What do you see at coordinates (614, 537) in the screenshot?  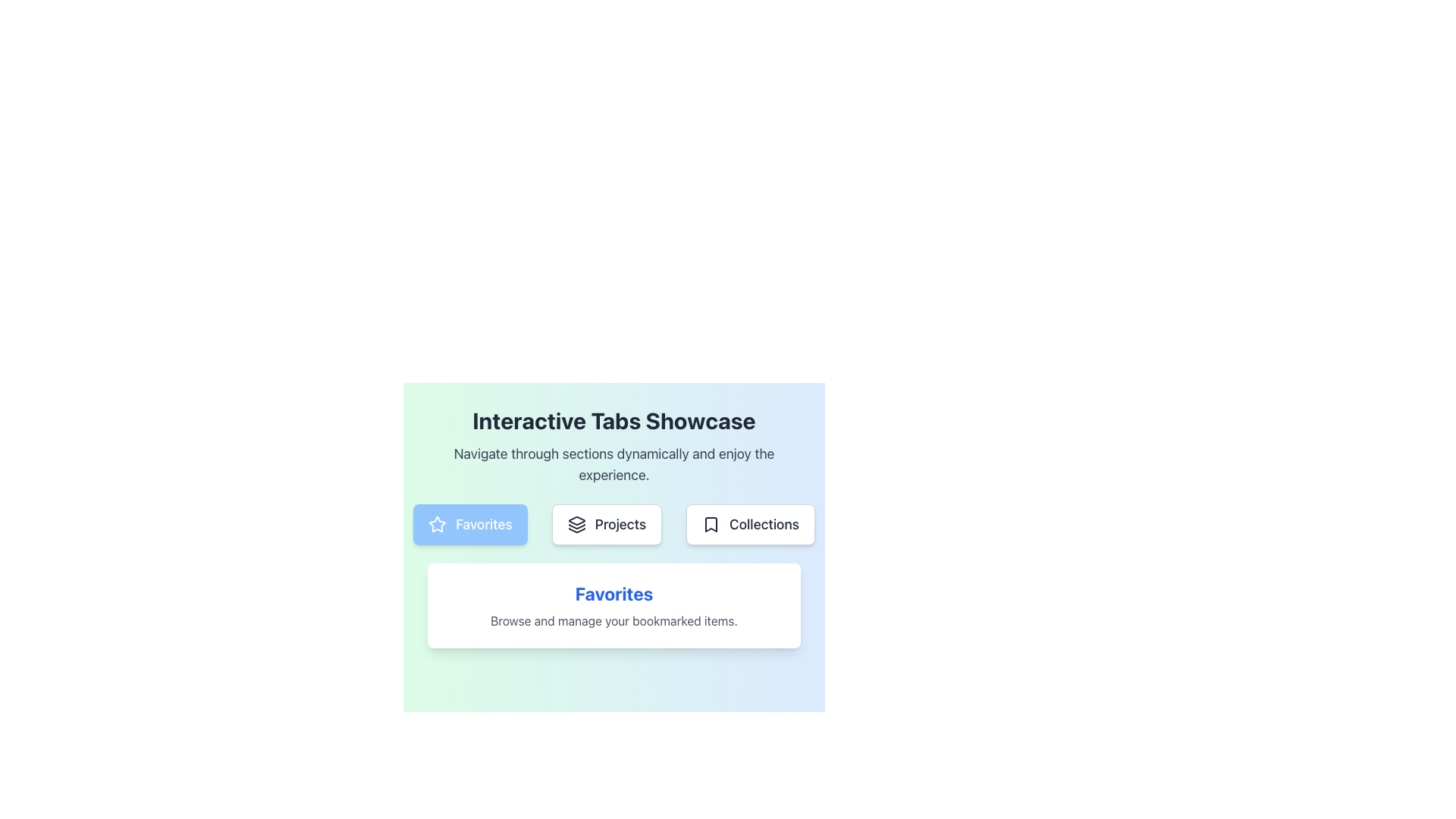 I see `the interactive tab button labeled 'Projects', which is centrally located under the title 'Interactive Tabs Showcase' and above the 'Favorites' section` at bounding box center [614, 537].